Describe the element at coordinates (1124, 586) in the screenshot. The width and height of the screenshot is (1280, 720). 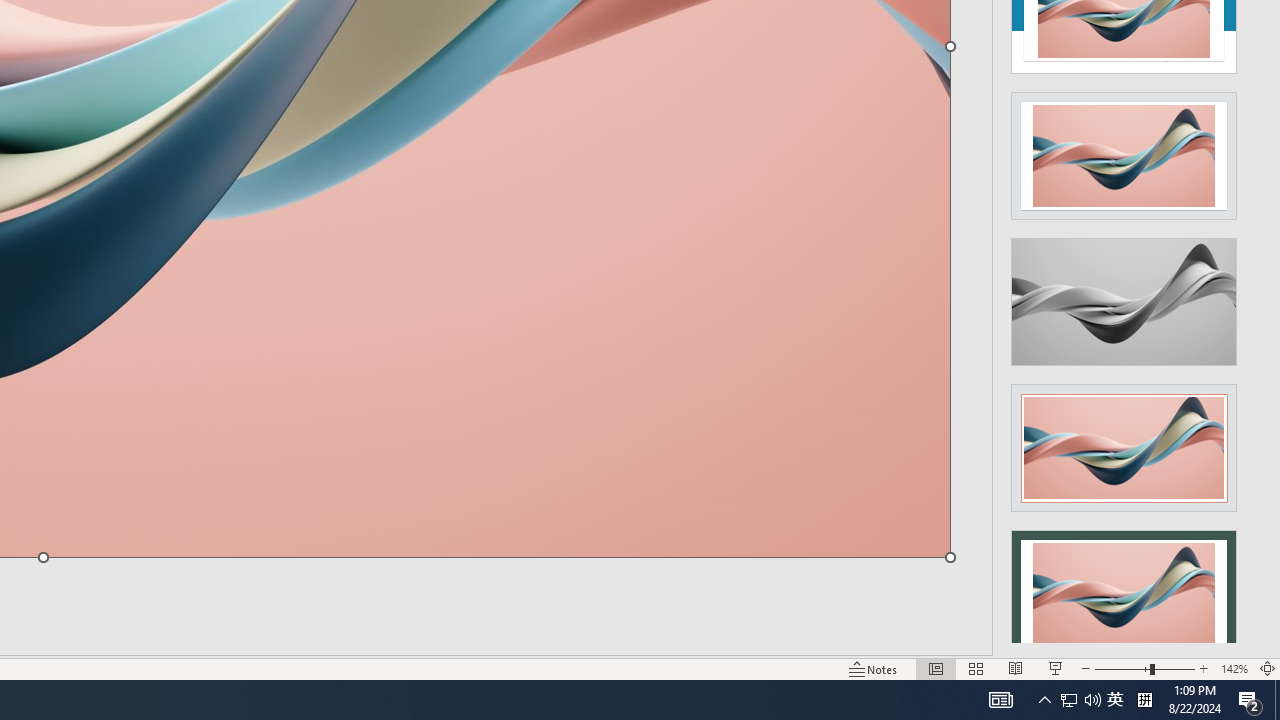
I see `'Design Idea'` at that location.